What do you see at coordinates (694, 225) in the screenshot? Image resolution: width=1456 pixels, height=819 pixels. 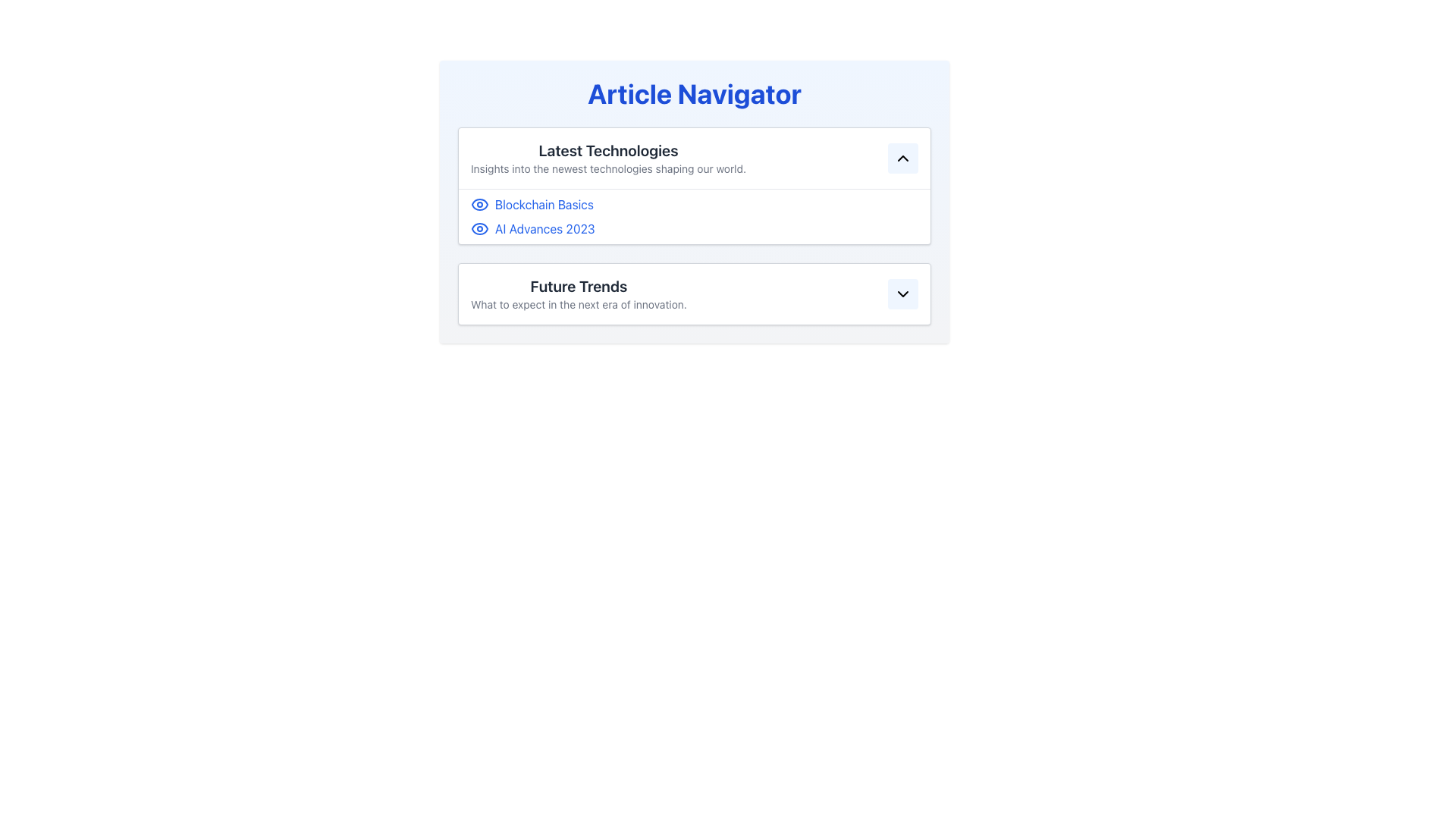 I see `the sub-items within the 'Latest Technologies' collapsible panel, which is the first collapsible section under the 'Article Navigator.'` at bounding box center [694, 225].